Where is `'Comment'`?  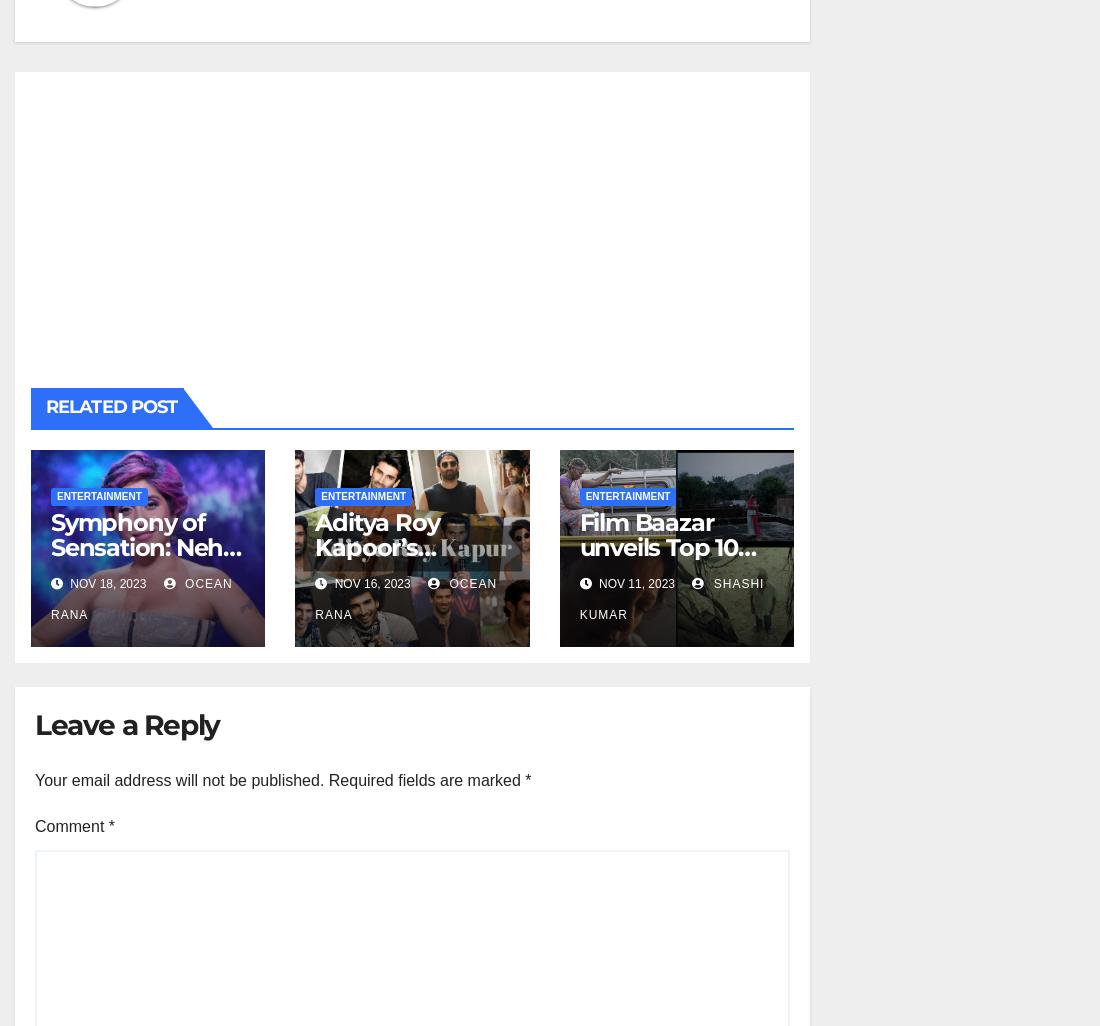 'Comment' is located at coordinates (71, 825).